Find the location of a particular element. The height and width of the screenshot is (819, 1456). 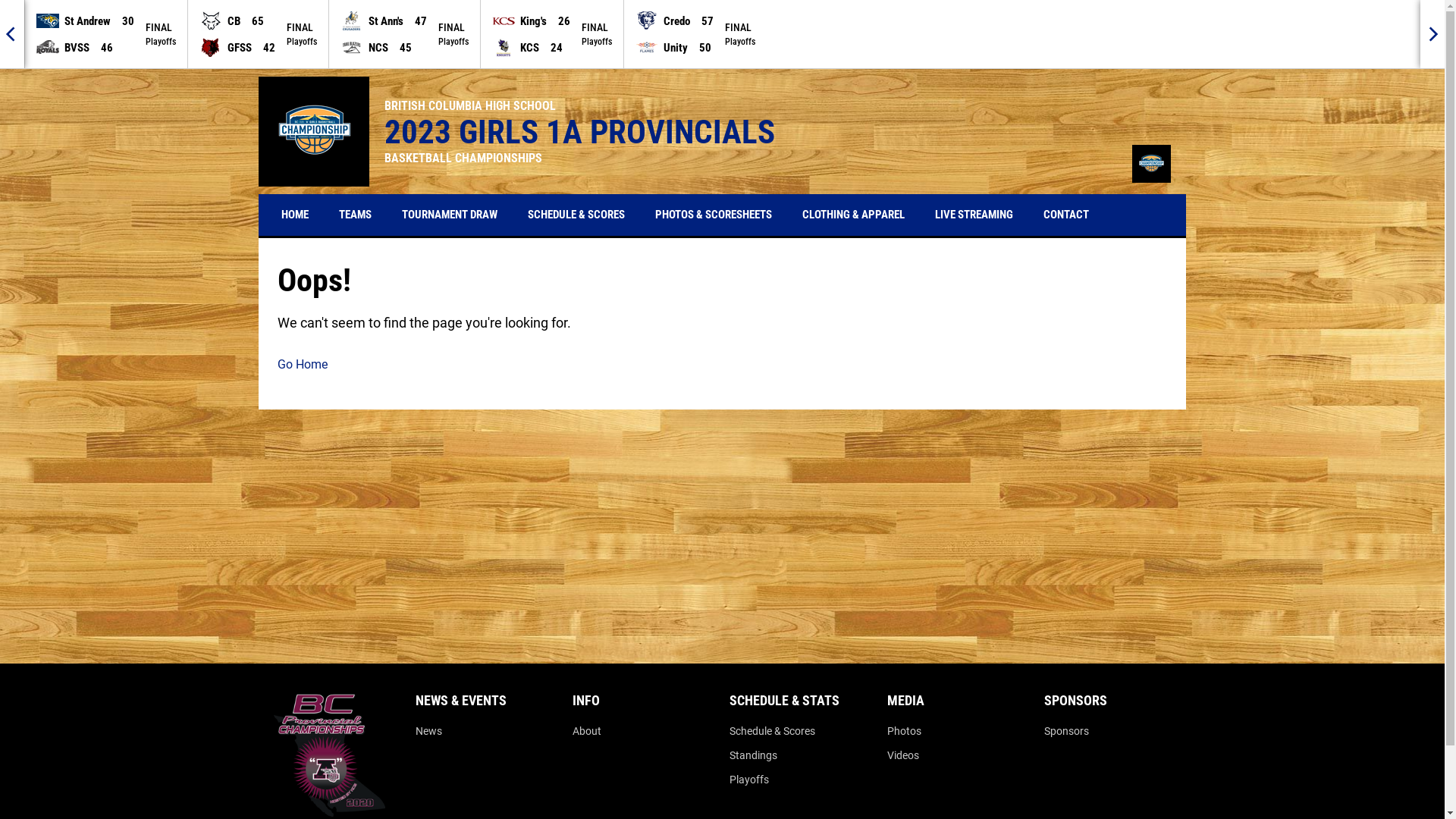

'News' is located at coordinates (428, 730).